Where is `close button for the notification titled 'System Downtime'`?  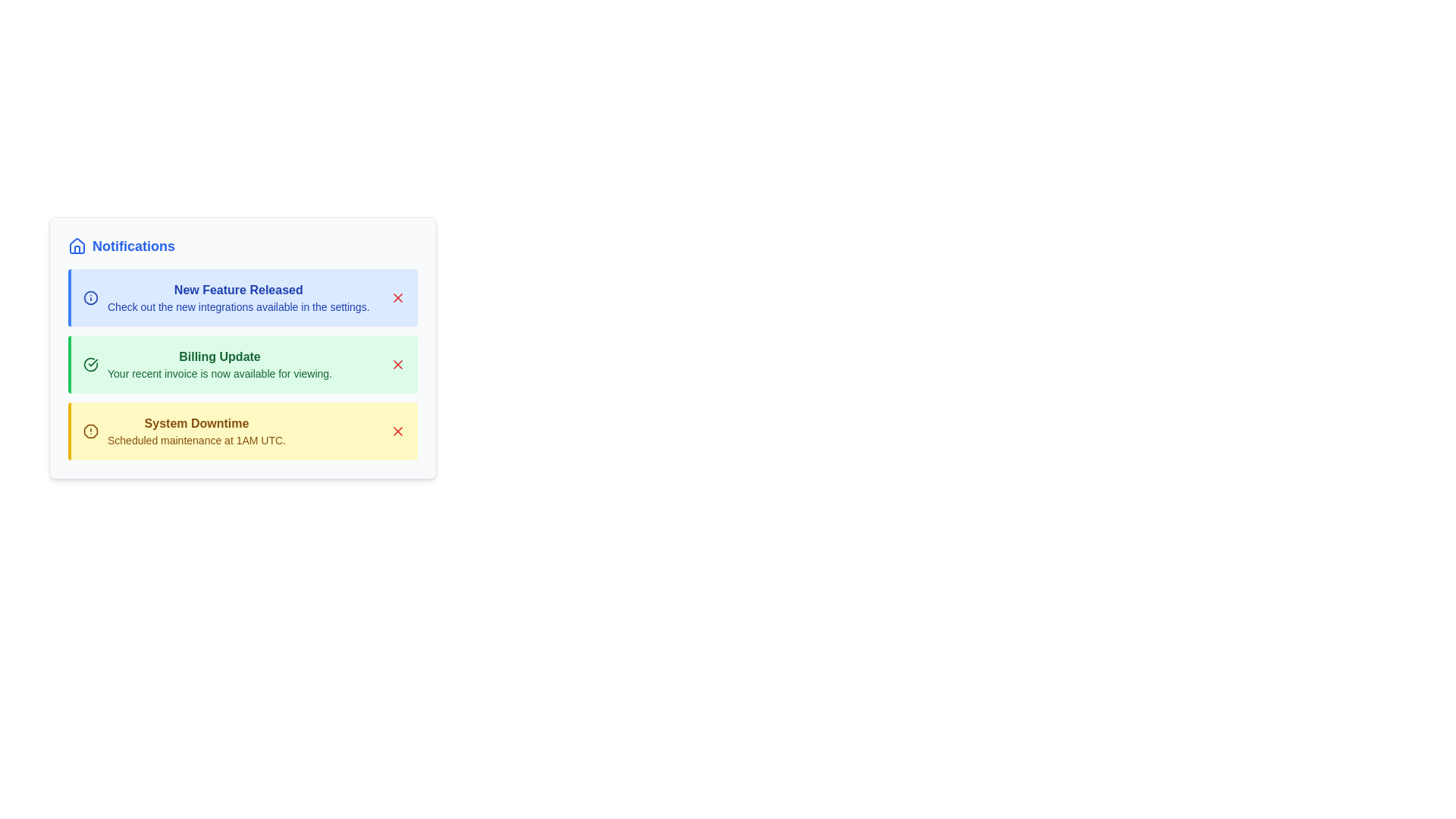 close button for the notification titled 'System Downtime' is located at coordinates (397, 431).